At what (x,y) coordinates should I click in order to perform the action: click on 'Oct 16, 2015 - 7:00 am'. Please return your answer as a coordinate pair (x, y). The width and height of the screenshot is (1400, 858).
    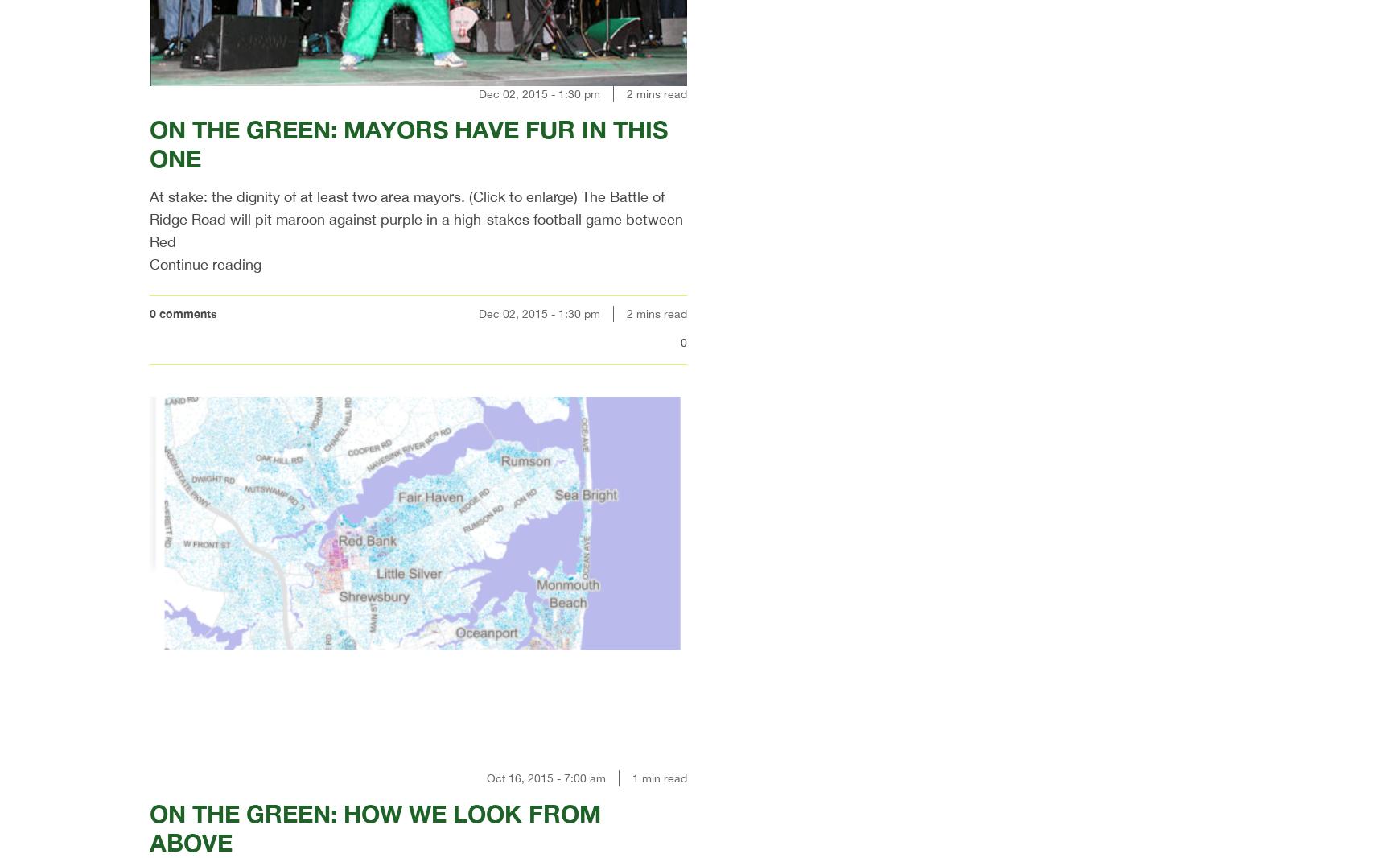
    Looking at the image, I should click on (485, 778).